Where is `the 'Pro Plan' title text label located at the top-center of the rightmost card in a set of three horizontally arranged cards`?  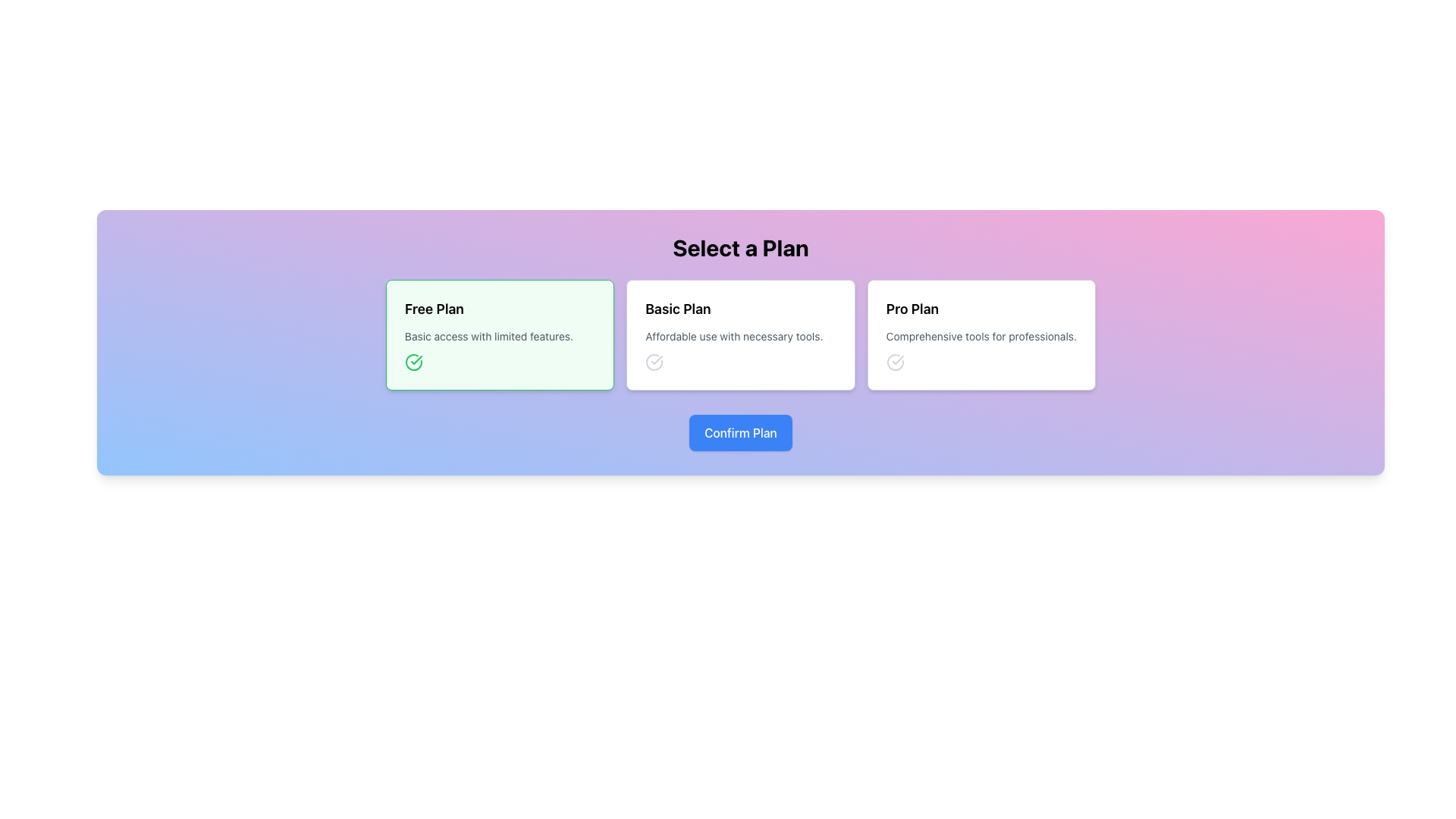 the 'Pro Plan' title text label located at the top-center of the rightmost card in a set of three horizontally arranged cards is located at coordinates (912, 309).